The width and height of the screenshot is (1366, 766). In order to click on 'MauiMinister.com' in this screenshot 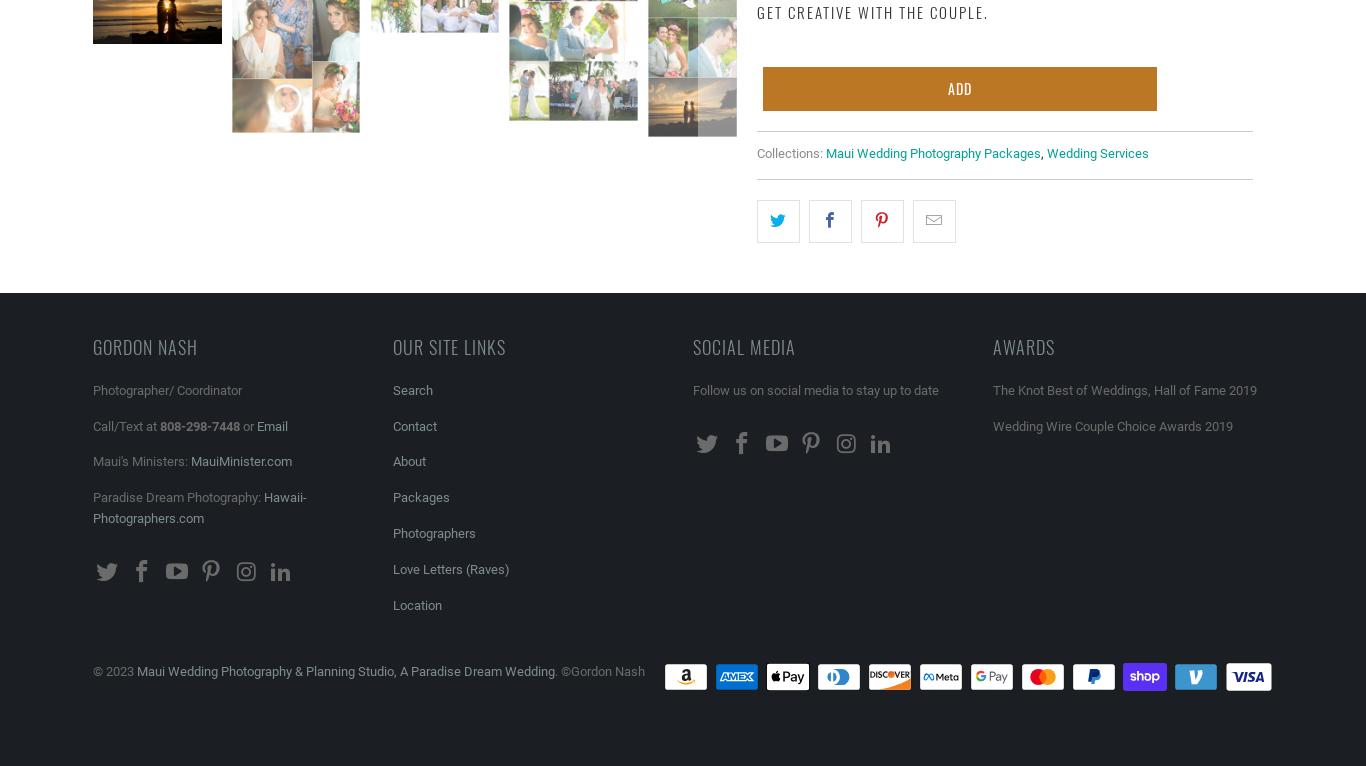, I will do `click(241, 460)`.